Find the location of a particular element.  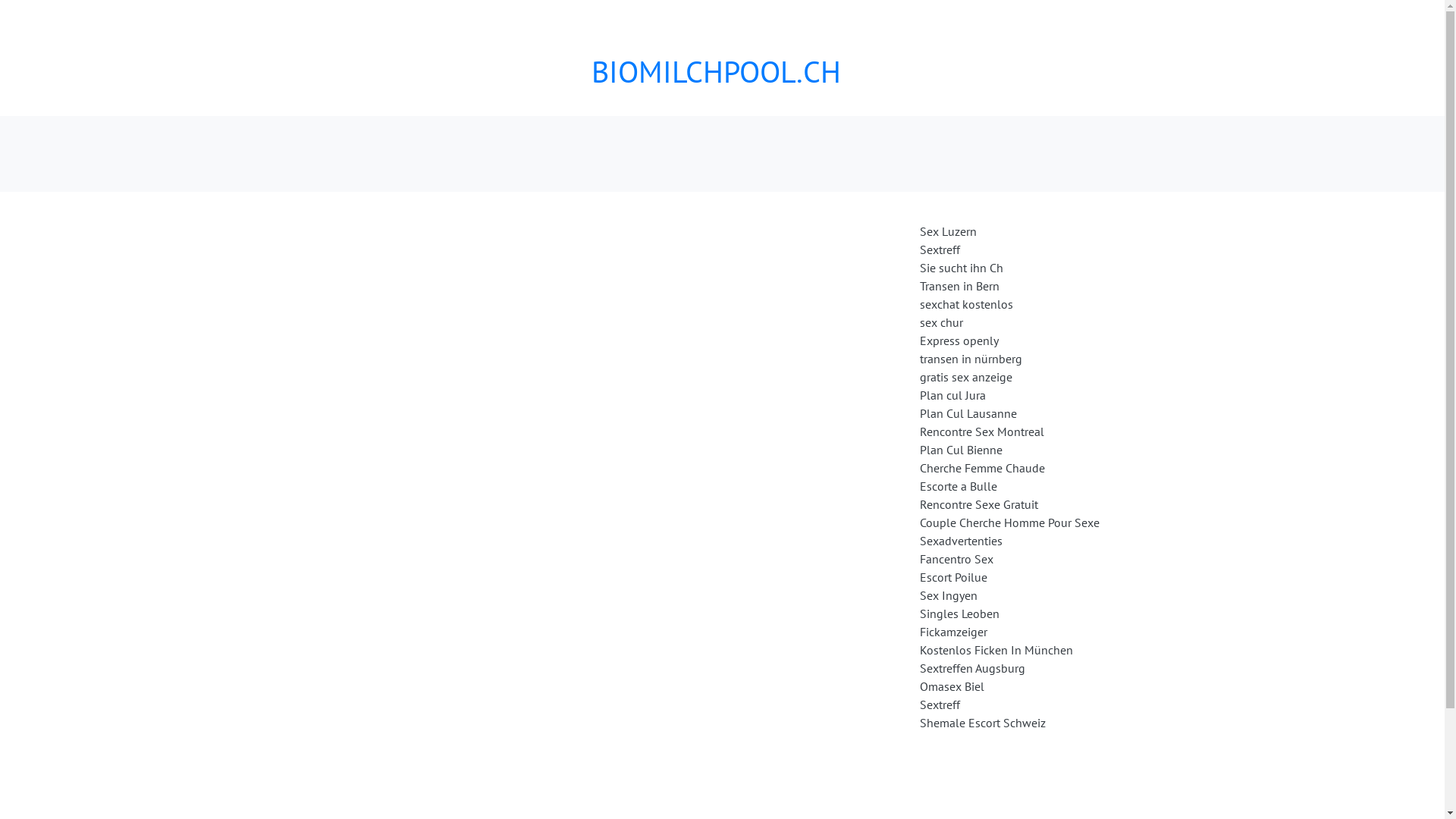

'gratis sex anzeige' is located at coordinates (964, 376).